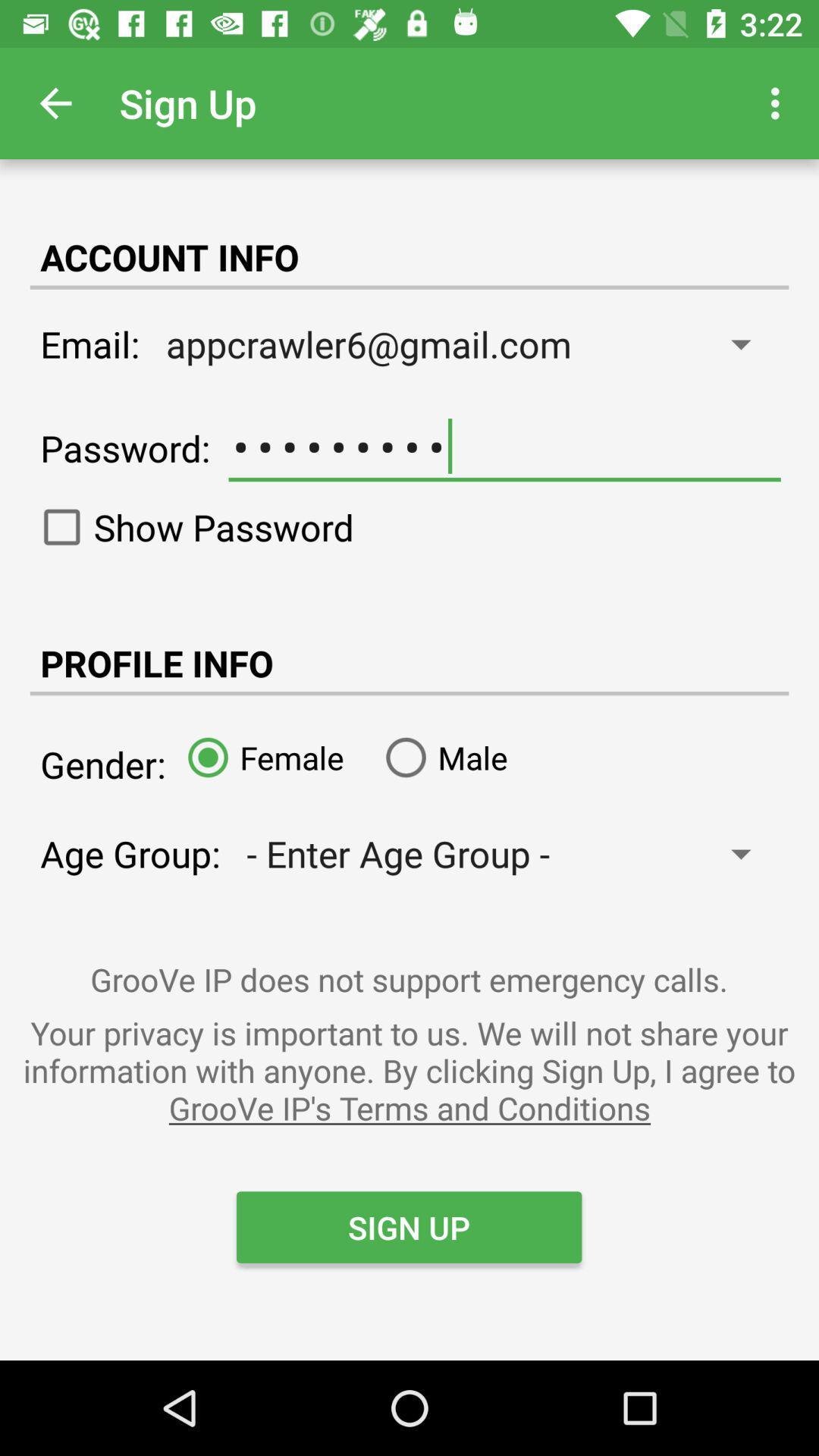  Describe the element at coordinates (55, 102) in the screenshot. I see `item above account info` at that location.